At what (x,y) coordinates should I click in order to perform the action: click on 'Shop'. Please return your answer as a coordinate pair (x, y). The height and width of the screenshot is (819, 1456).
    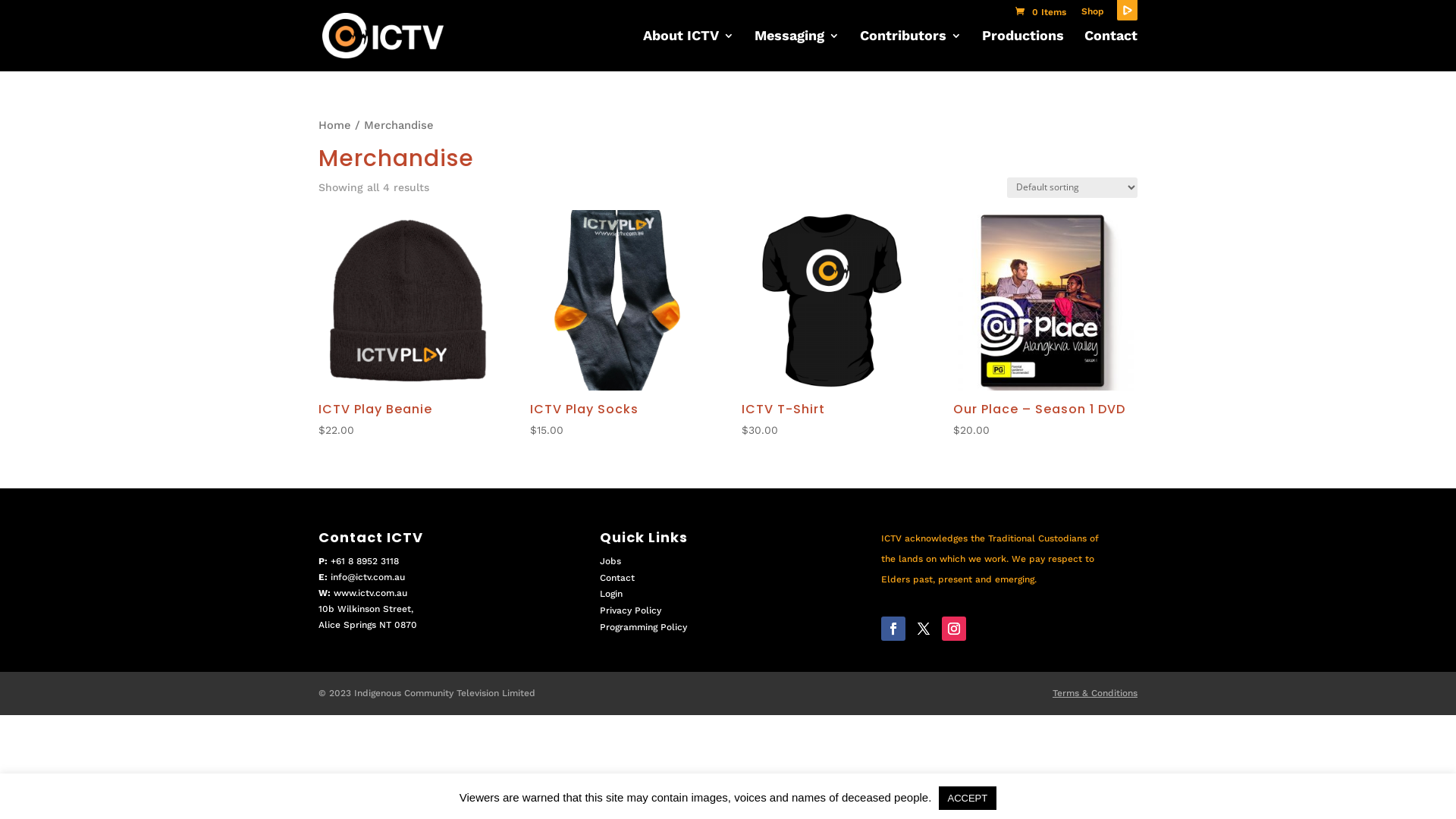
    Looking at the image, I should click on (1092, 14).